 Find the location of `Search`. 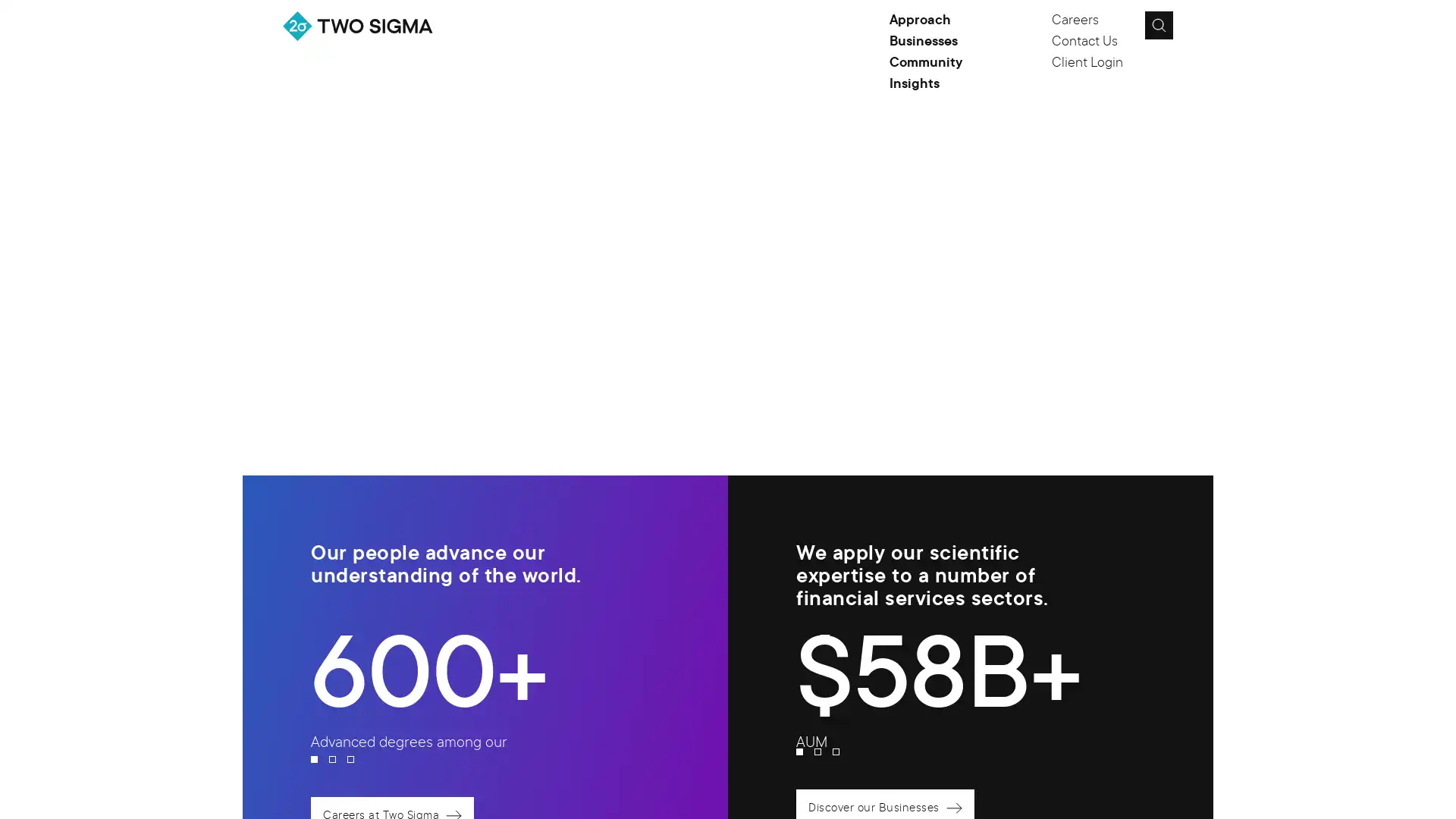

Search is located at coordinates (1193, 30).